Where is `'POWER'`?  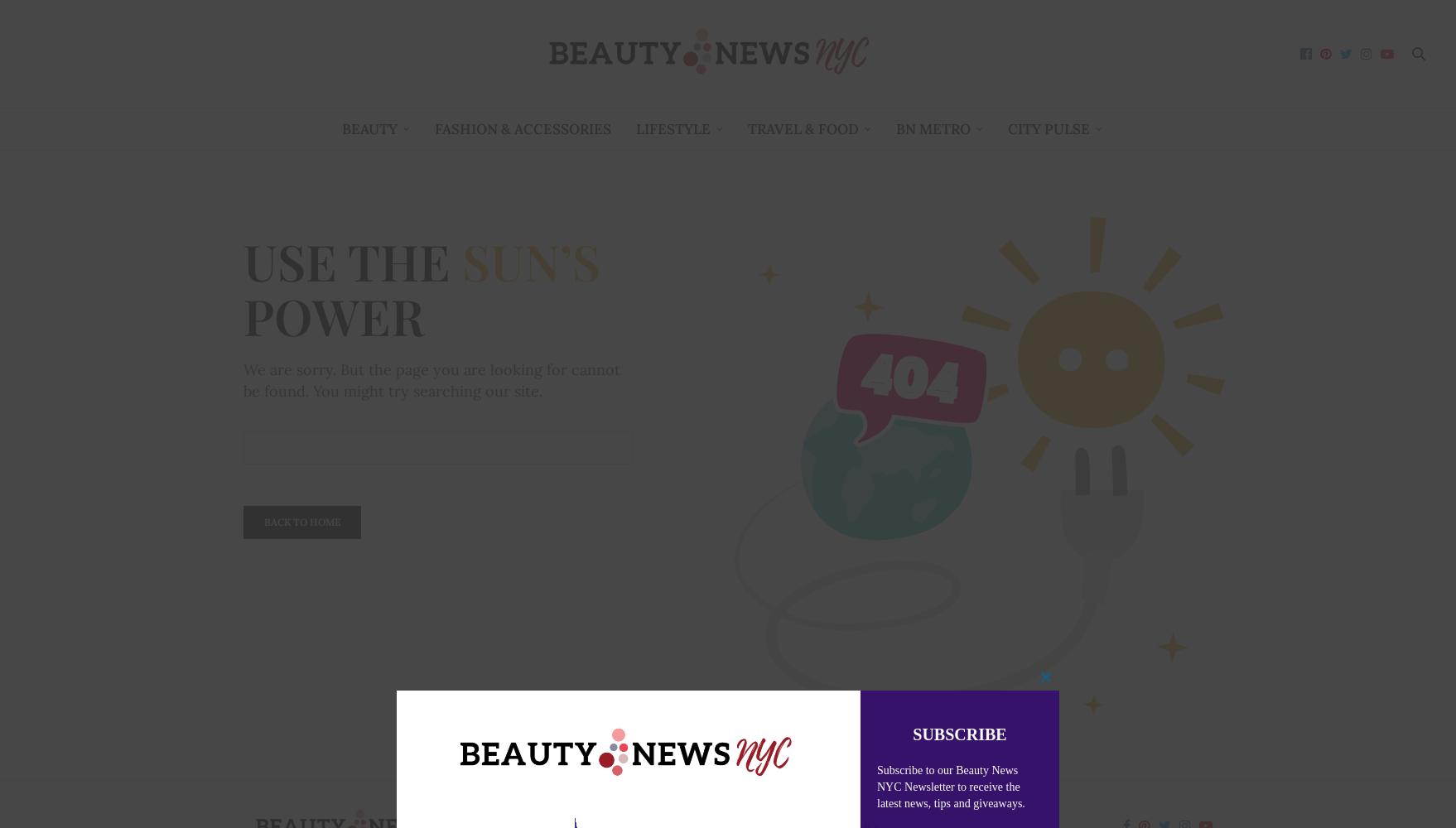
'POWER' is located at coordinates (334, 315).